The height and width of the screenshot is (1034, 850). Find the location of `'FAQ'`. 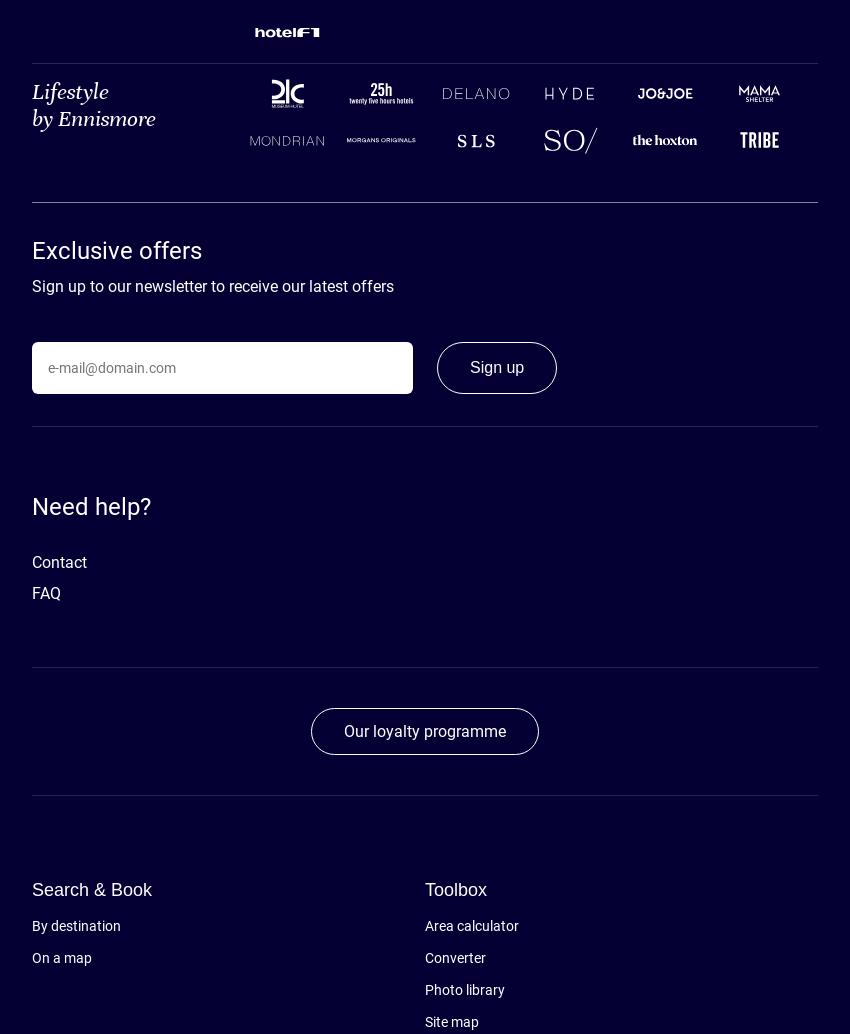

'FAQ' is located at coordinates (46, 593).